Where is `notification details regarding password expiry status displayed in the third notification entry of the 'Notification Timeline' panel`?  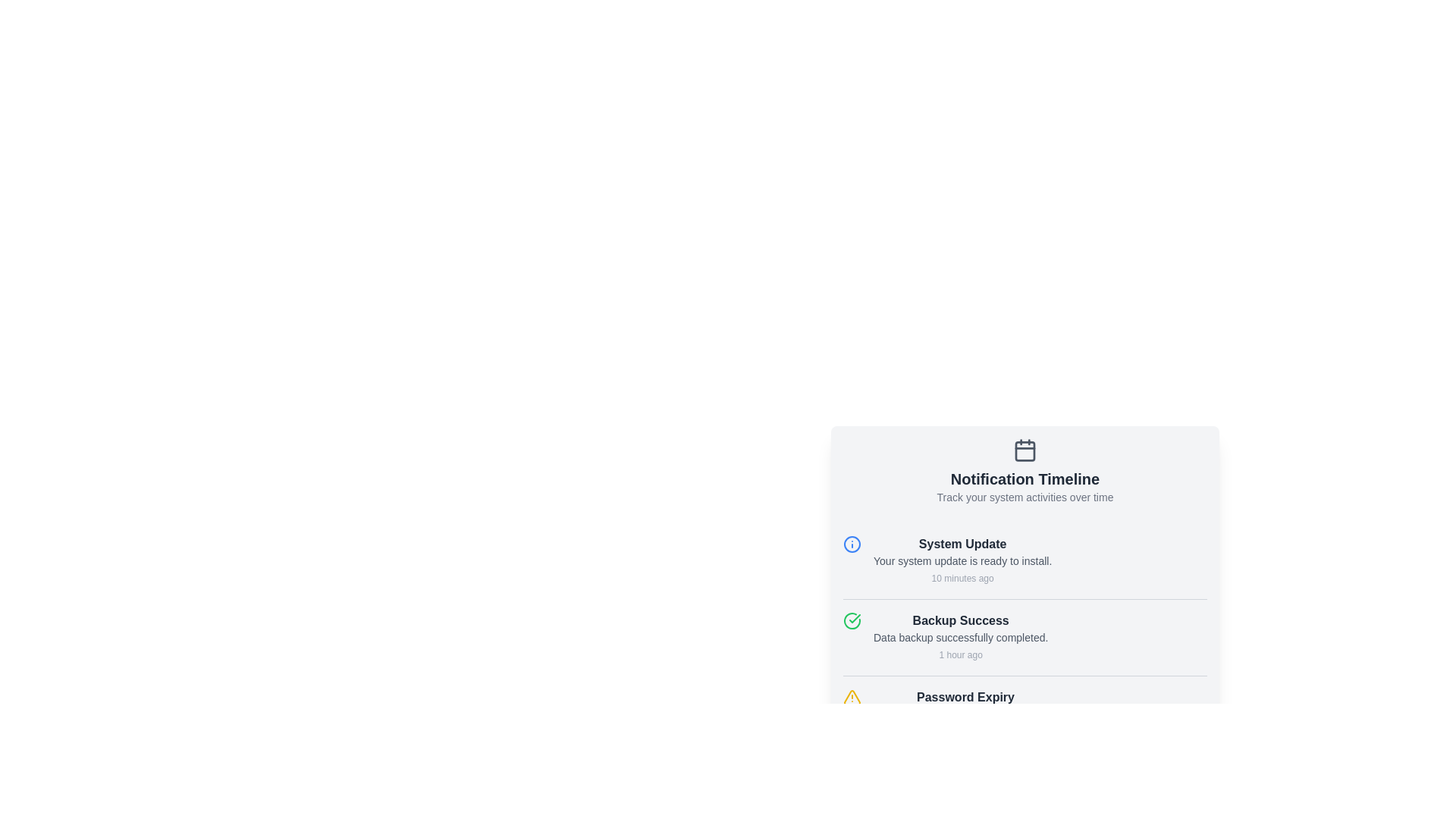 notification details regarding password expiry status displayed in the third notification entry of the 'Notification Timeline' panel is located at coordinates (965, 714).